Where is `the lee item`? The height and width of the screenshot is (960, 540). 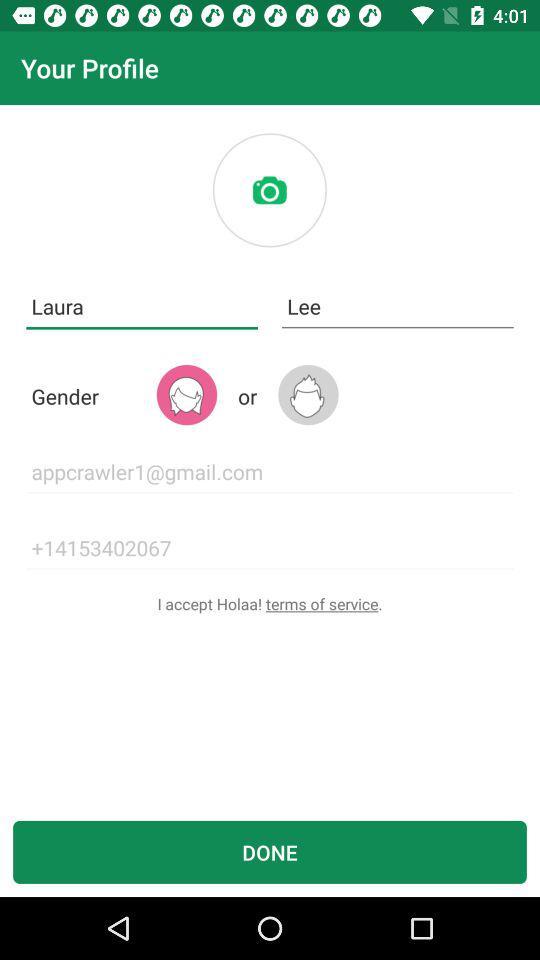 the lee item is located at coordinates (397, 307).